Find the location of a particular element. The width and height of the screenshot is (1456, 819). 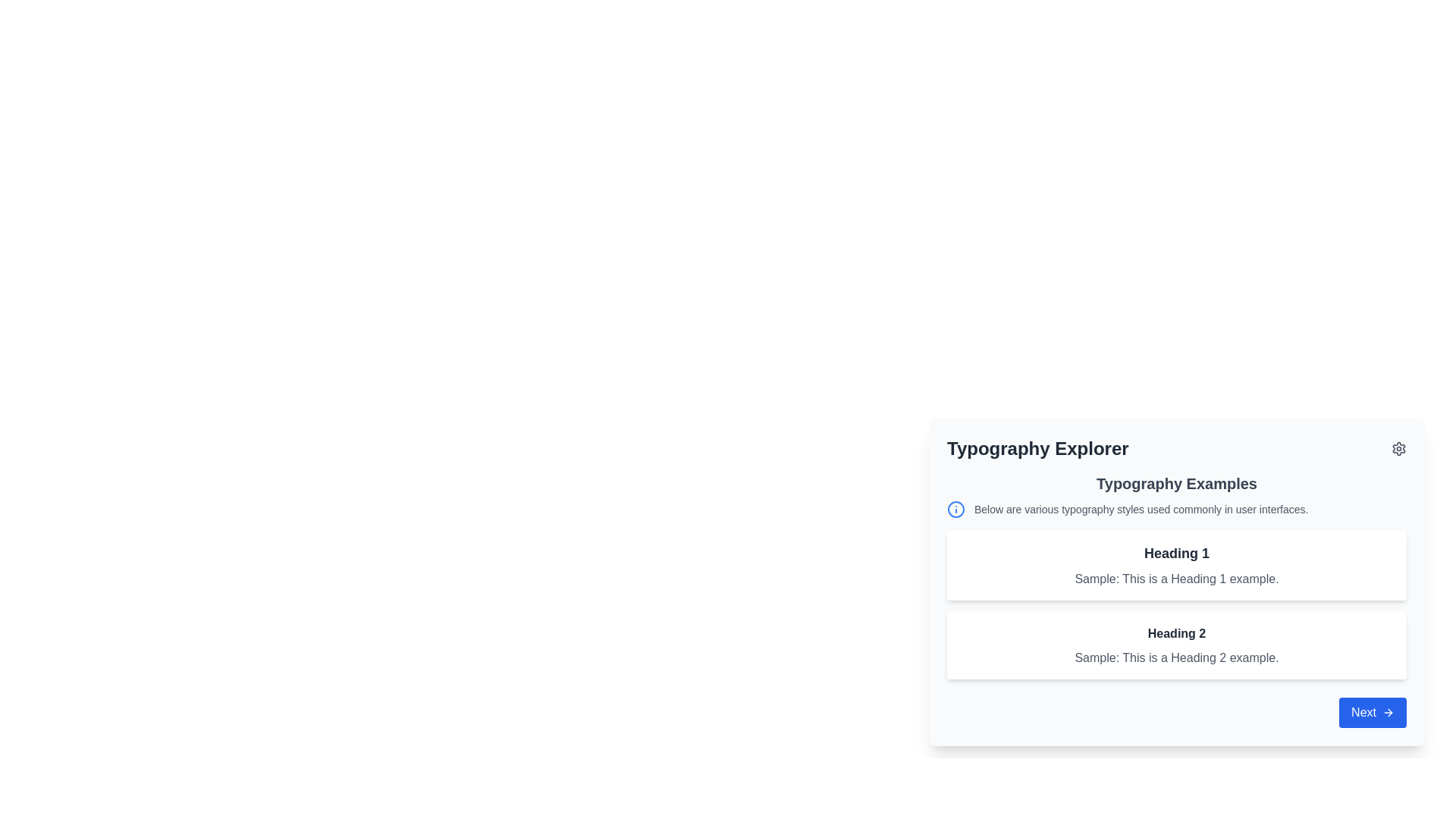

instructional text displayed in the Text block located in the middle of the card under the title 'Typography Explorer' is located at coordinates (1175, 576).